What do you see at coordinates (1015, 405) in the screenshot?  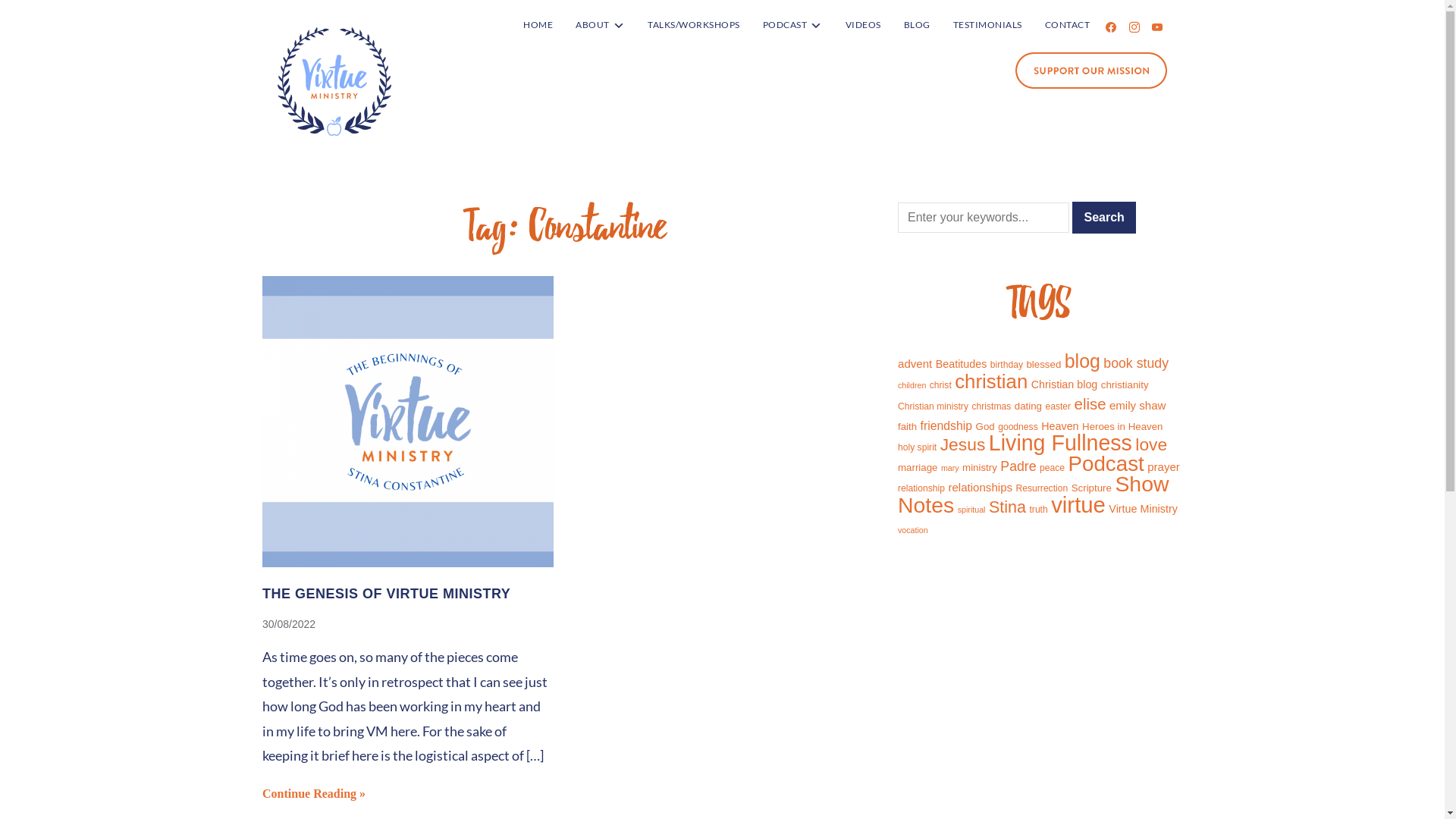 I see `'dating'` at bounding box center [1015, 405].